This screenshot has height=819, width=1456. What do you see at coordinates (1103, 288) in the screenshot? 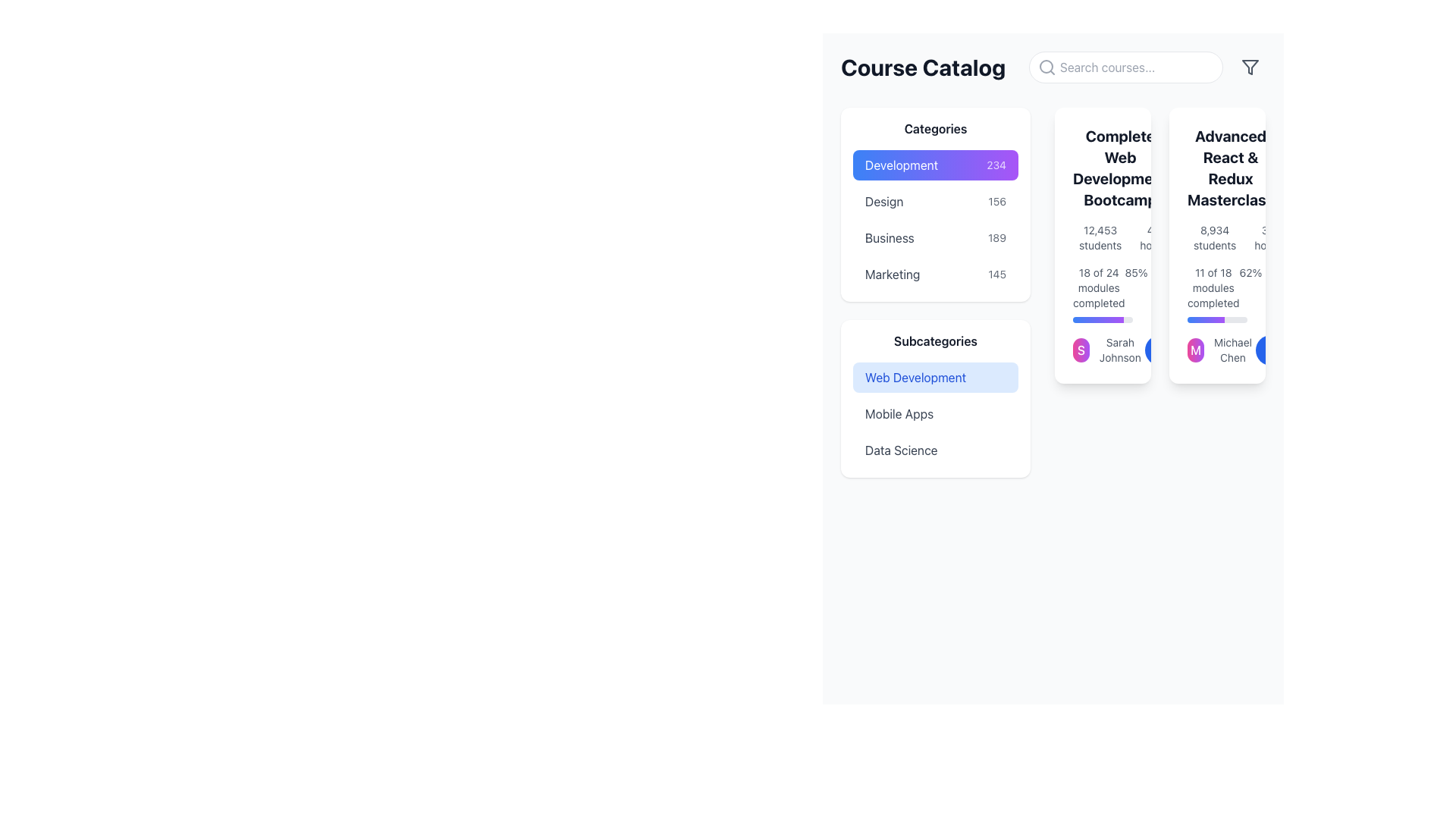
I see `the static text displaying progress information that shows the number of completed modules out of the total and the corresponding percentage progression, located in the central card below the course title` at bounding box center [1103, 288].